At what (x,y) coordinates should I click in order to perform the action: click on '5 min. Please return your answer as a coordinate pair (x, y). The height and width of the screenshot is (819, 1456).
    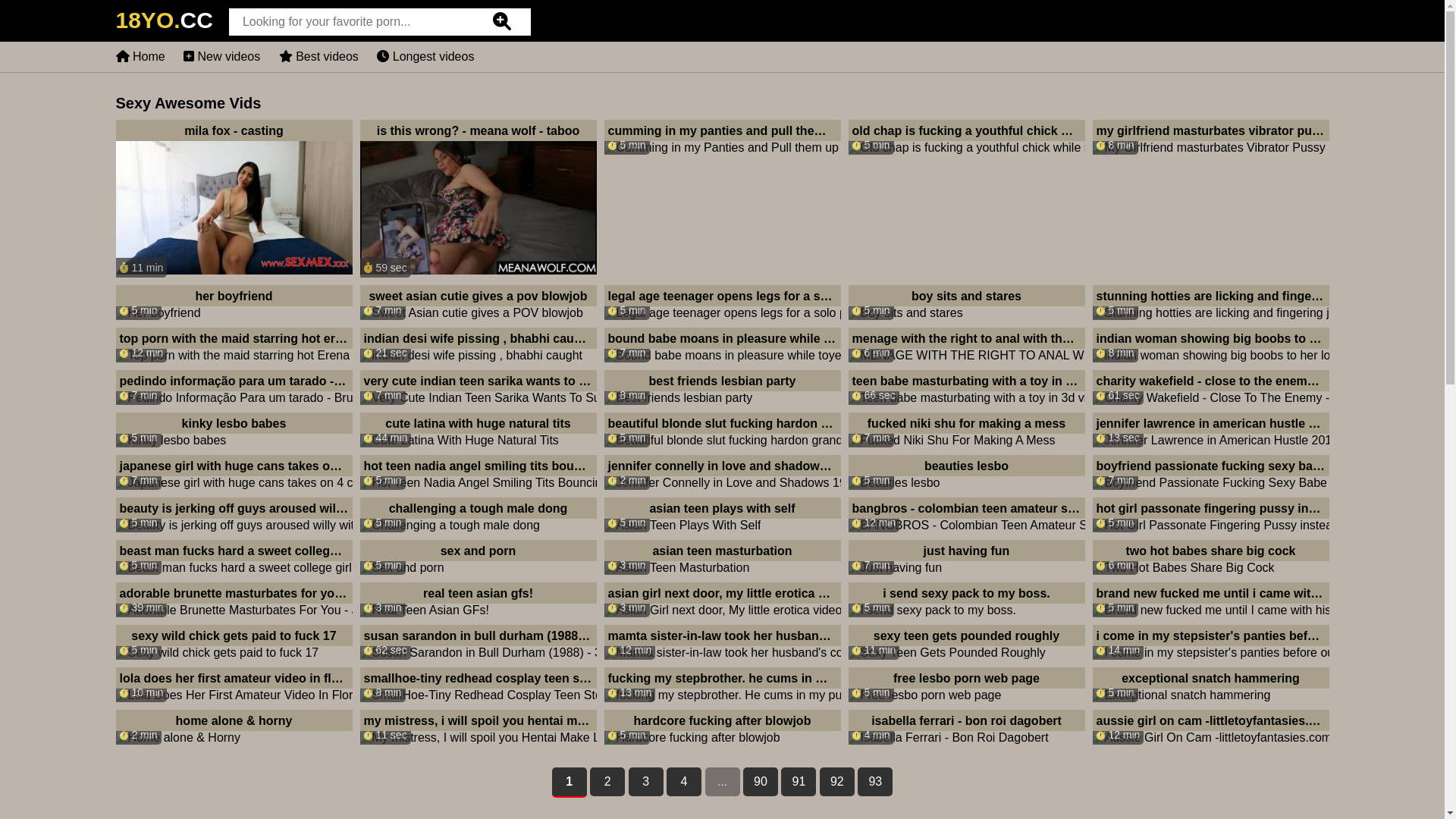
    Looking at the image, I should click on (1210, 513).